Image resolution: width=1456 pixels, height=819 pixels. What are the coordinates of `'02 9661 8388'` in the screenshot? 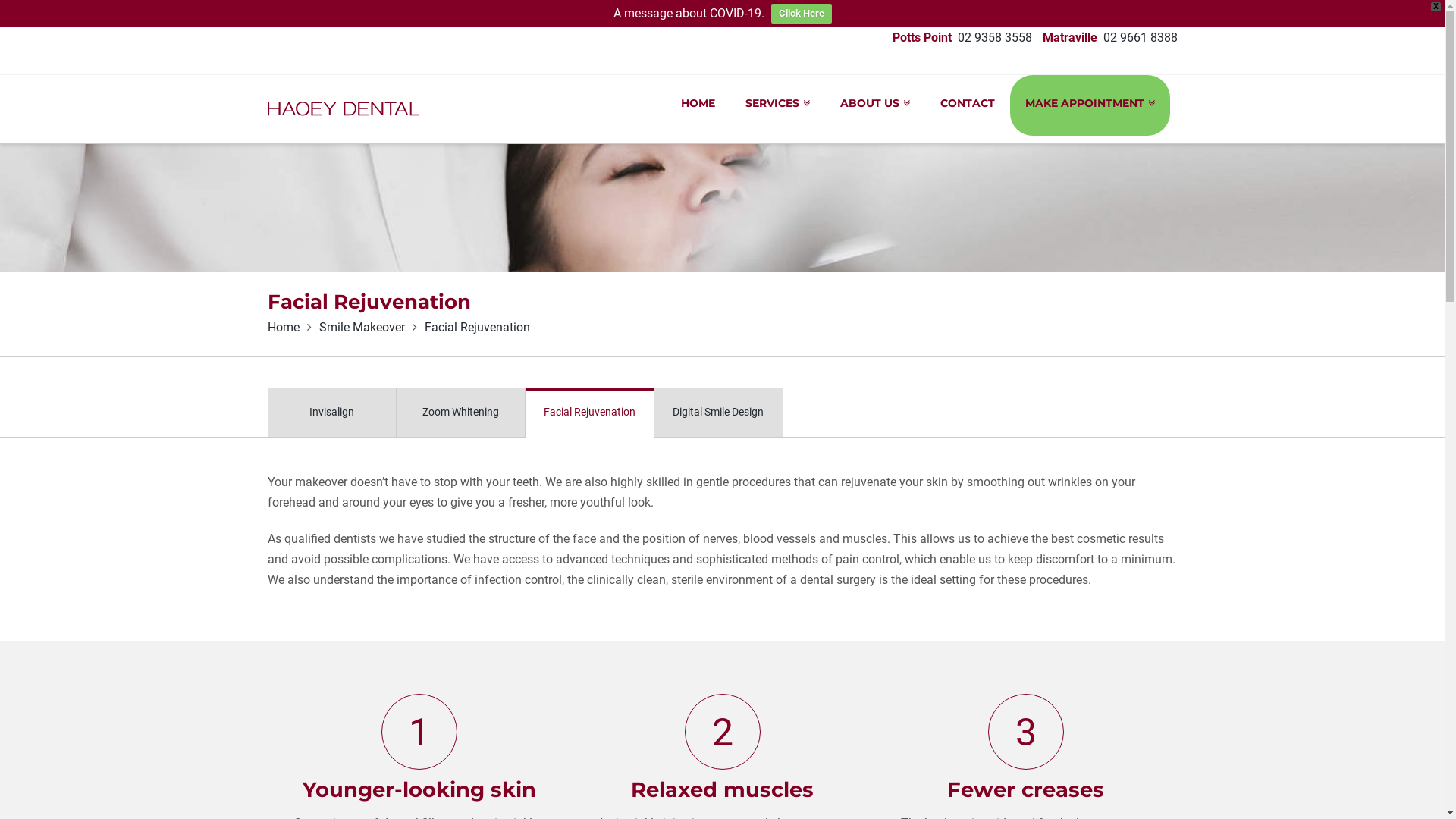 It's located at (1139, 36).